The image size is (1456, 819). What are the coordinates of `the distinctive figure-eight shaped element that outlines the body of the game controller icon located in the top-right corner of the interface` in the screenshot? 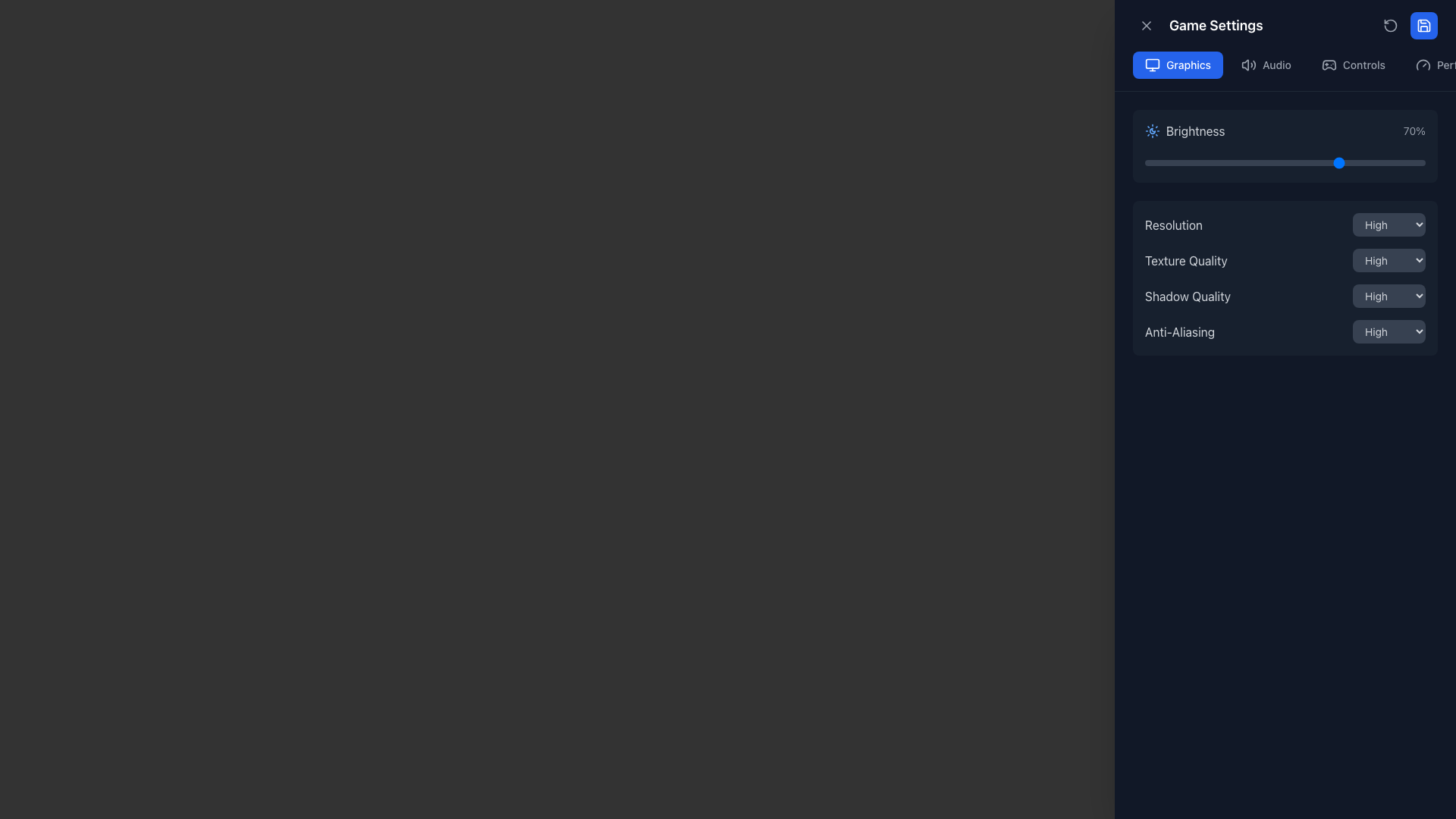 It's located at (1328, 64).